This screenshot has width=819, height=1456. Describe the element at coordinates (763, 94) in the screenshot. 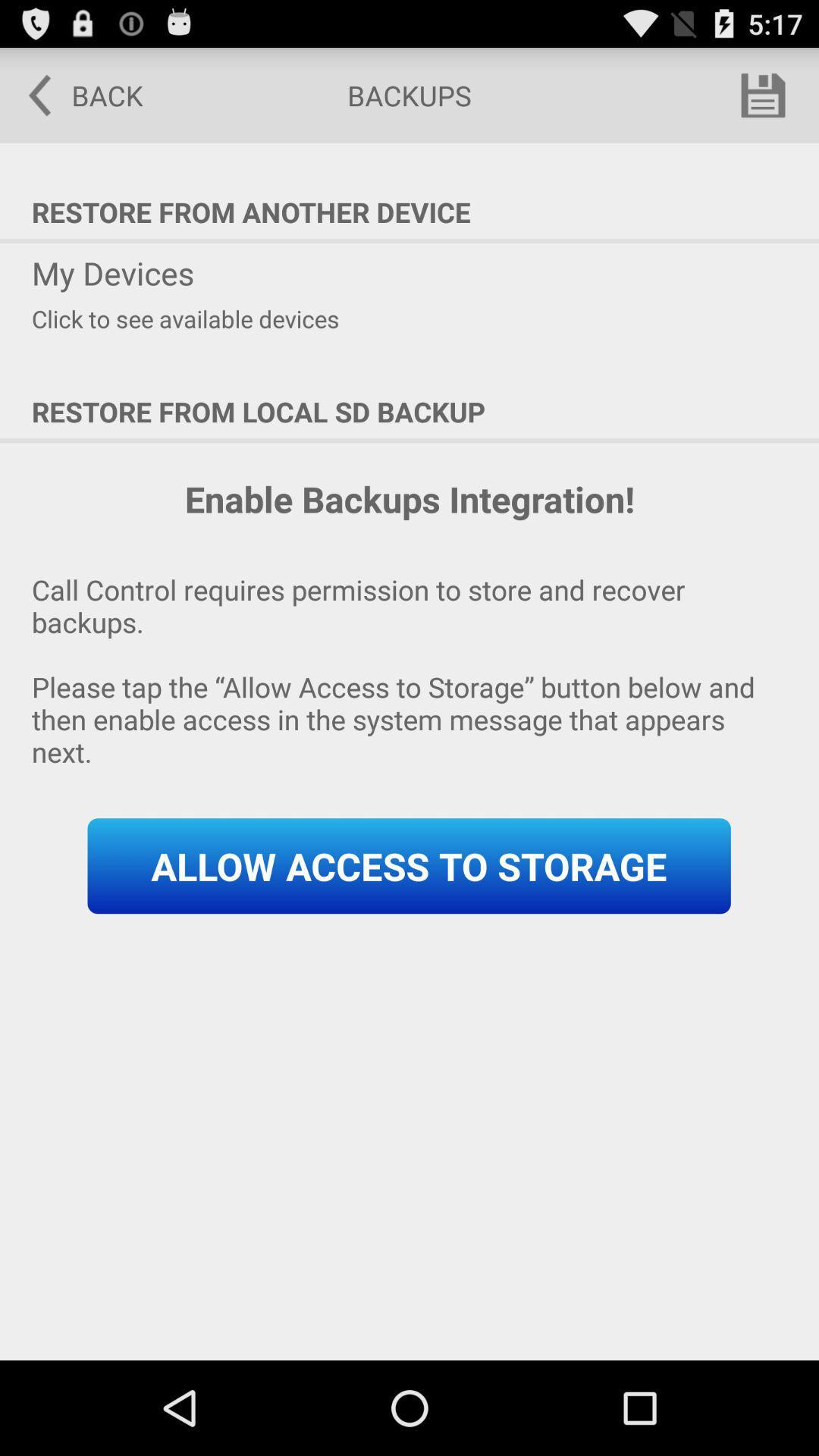

I see `bookmark` at that location.